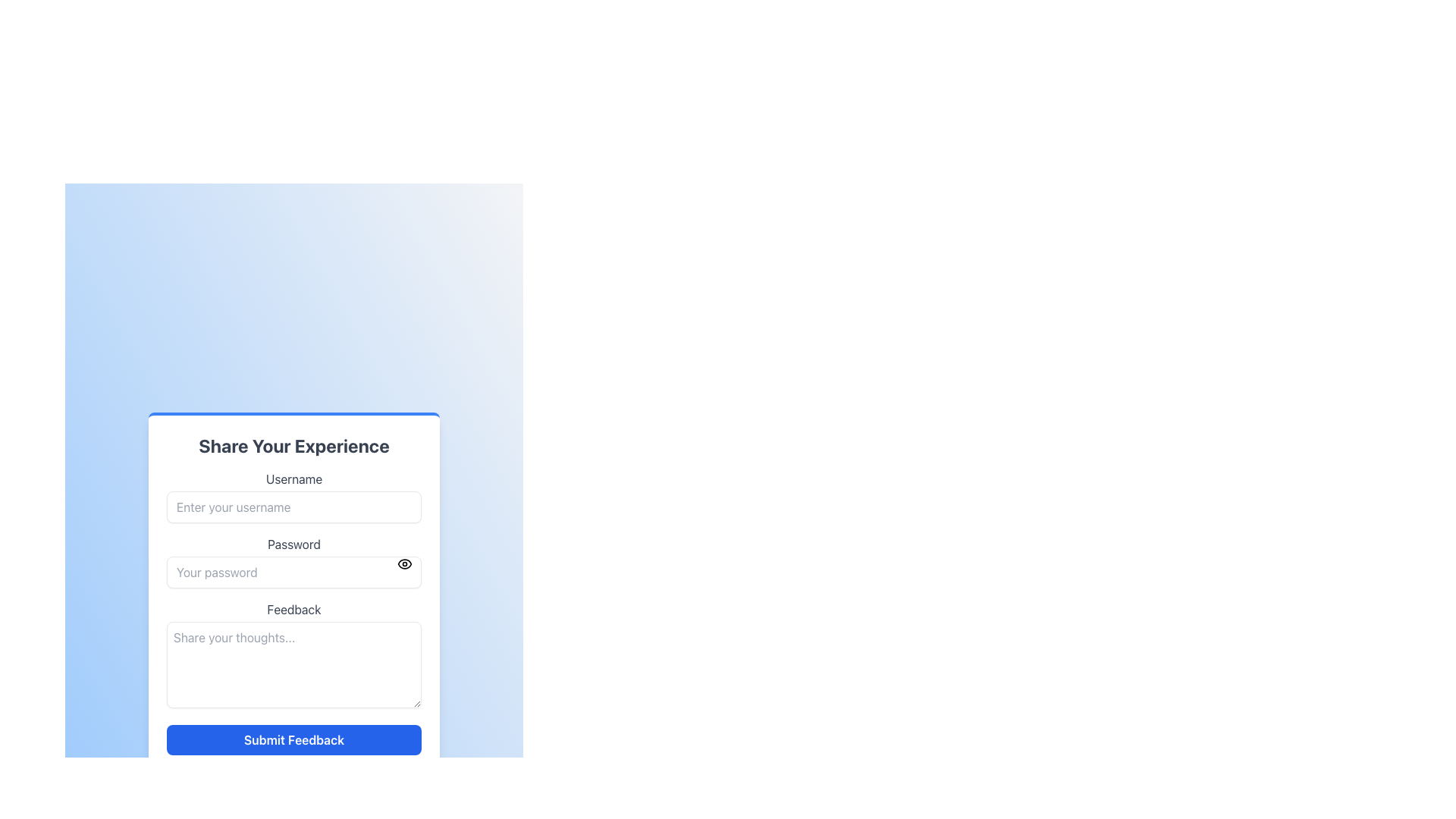  I want to click on the rectangular 'Submit Feedback' button with rounded corners and a blue background, so click(294, 739).